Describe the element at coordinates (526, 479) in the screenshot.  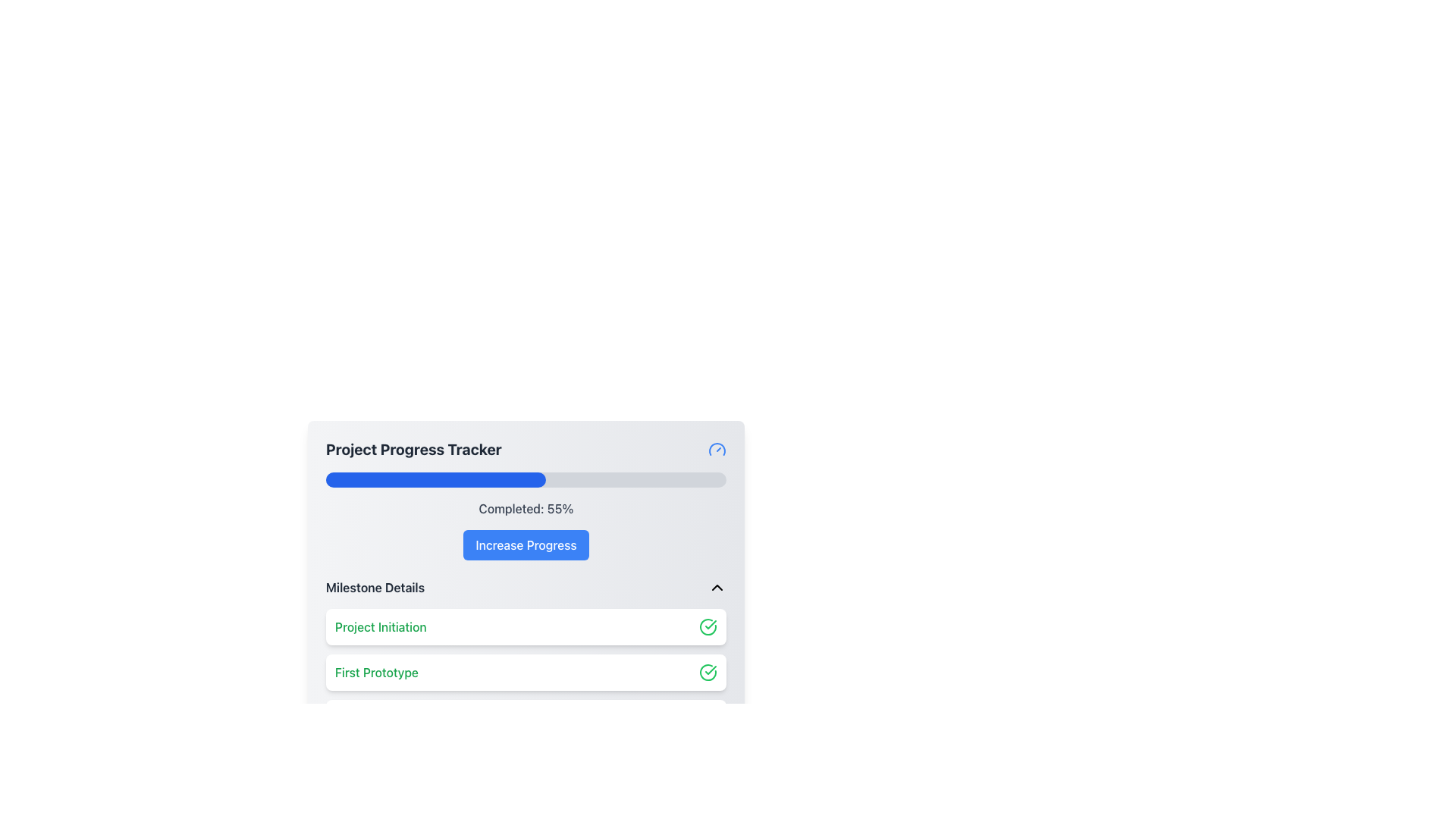
I see `Progress Bar element located below the heading 'Project Progress Tracker' and above the text 'Completed: 55%' for debugging purposes` at that location.